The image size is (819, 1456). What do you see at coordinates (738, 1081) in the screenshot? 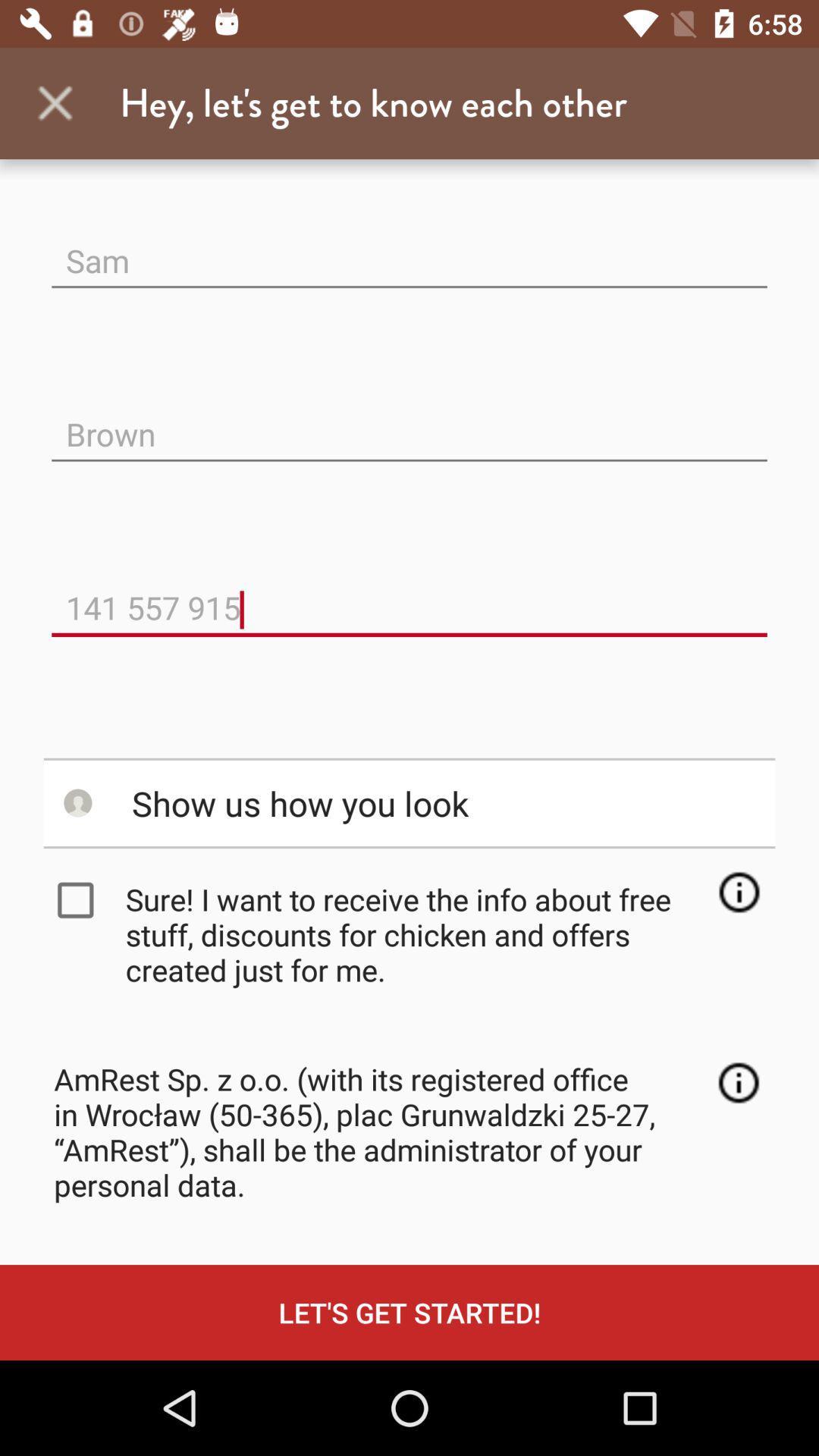
I see `the info icon` at bounding box center [738, 1081].